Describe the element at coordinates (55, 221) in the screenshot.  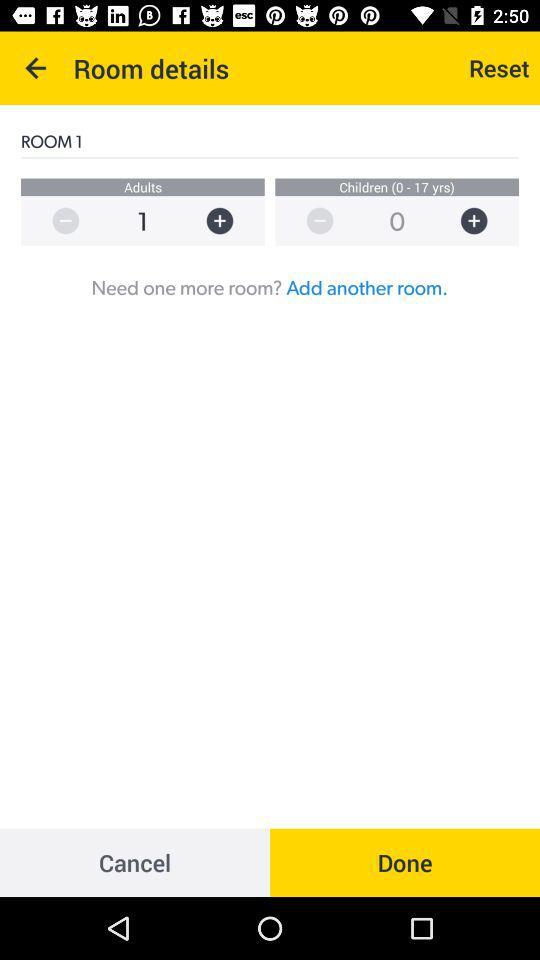
I see `button to decrement number of adults` at that location.